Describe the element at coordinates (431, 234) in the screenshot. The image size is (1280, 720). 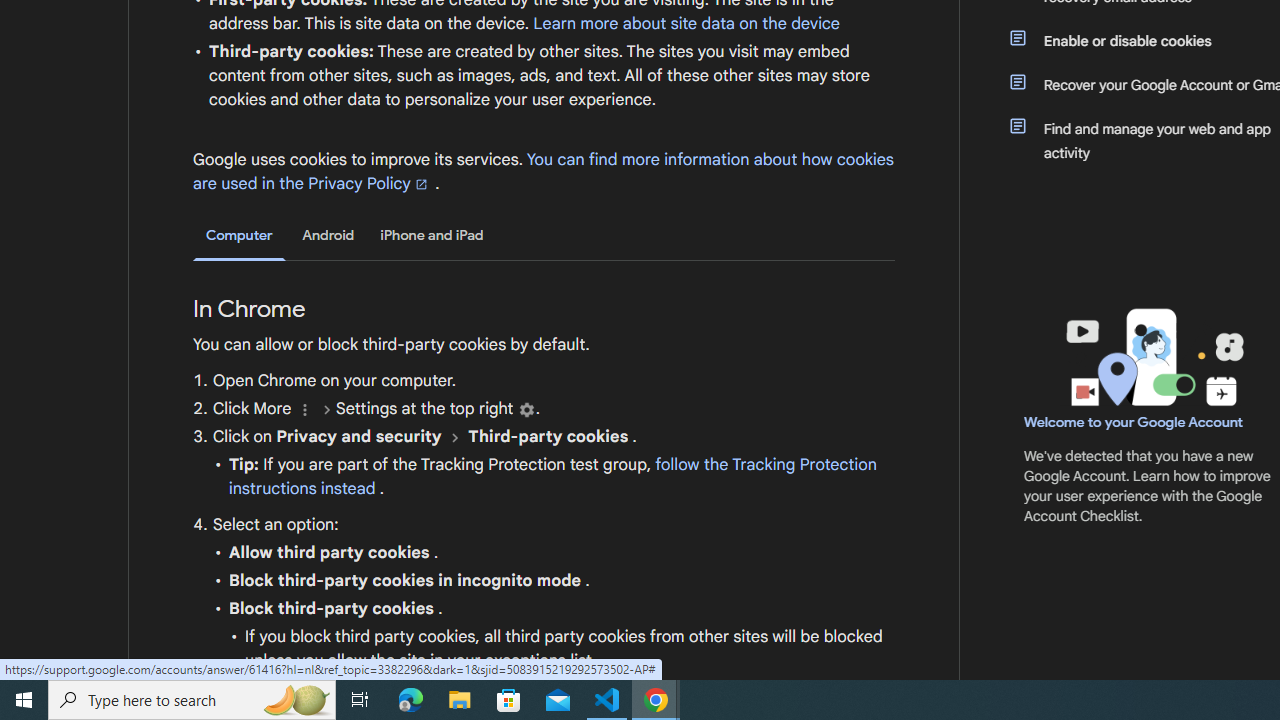
I see `'iPhone and iPad'` at that location.